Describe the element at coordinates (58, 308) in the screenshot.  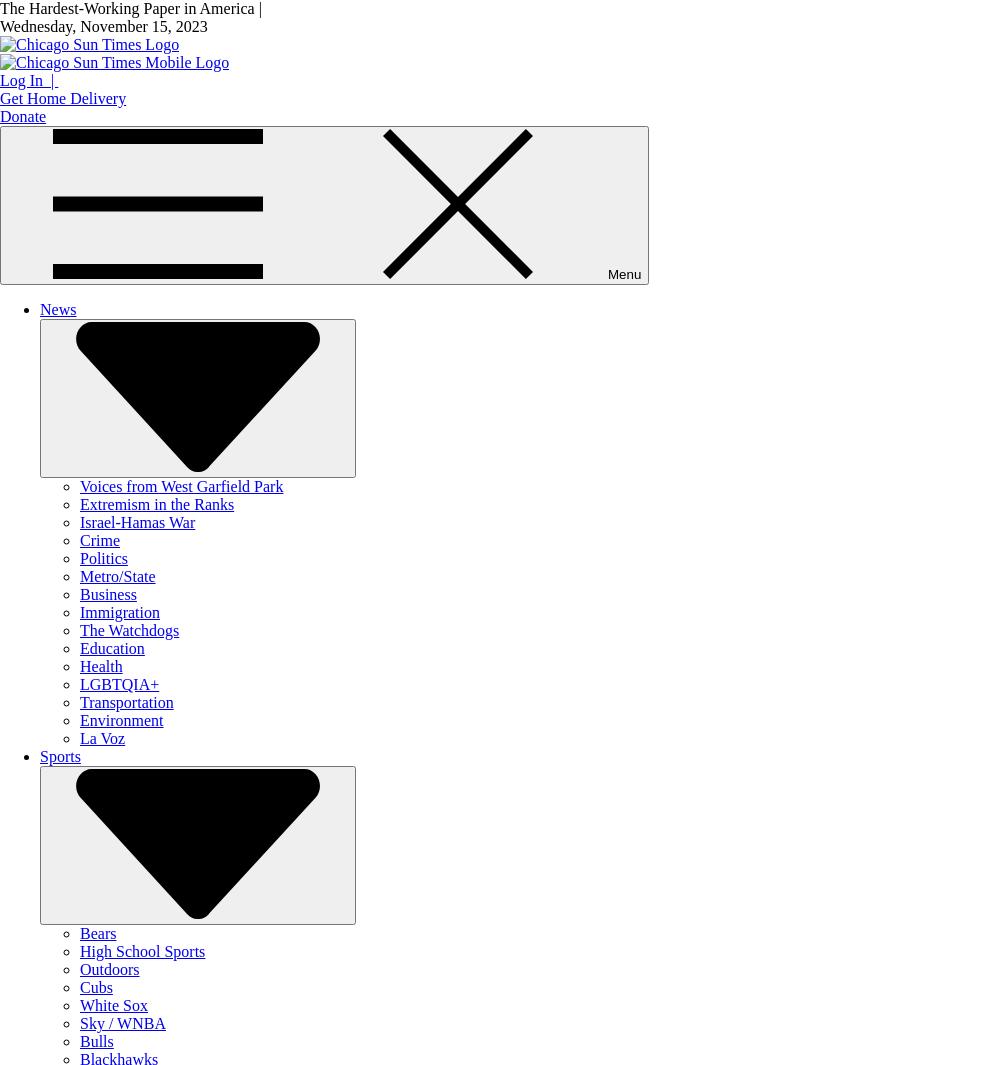
I see `'News'` at that location.